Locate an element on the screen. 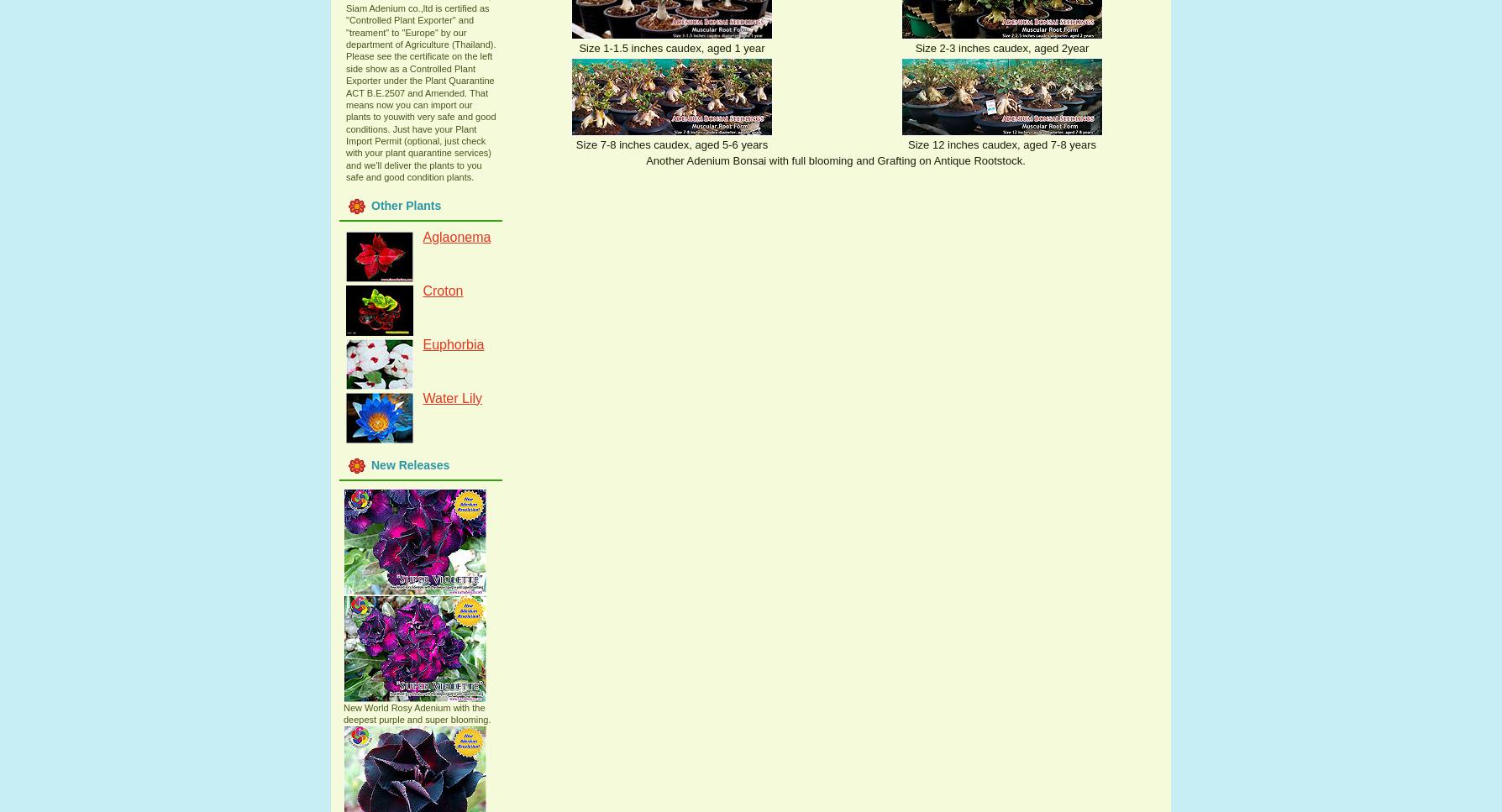 This screenshot has height=812, width=1502. 'New Releases' is located at coordinates (410, 464).